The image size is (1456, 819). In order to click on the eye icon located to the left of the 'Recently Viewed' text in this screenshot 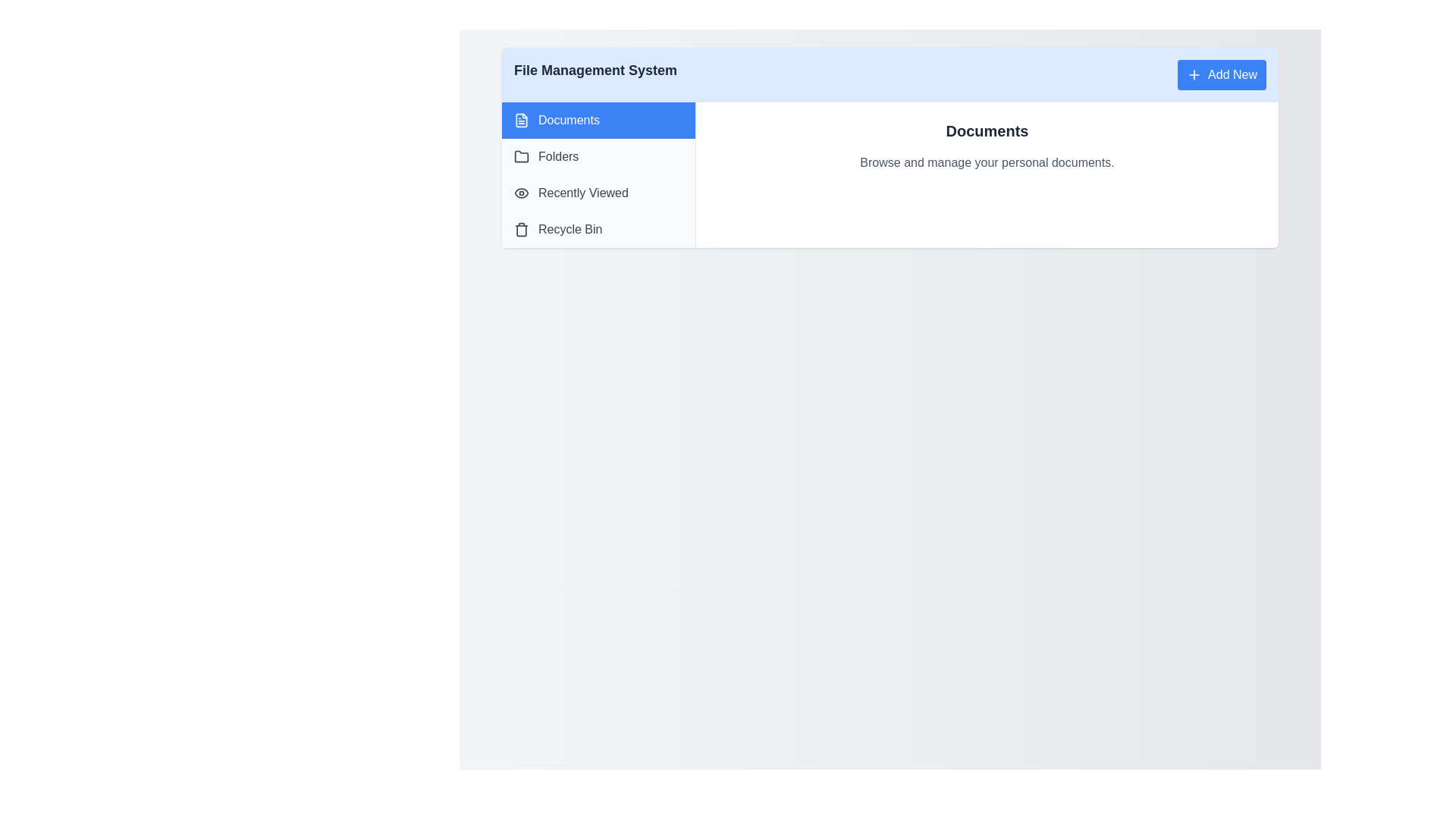, I will do `click(521, 192)`.